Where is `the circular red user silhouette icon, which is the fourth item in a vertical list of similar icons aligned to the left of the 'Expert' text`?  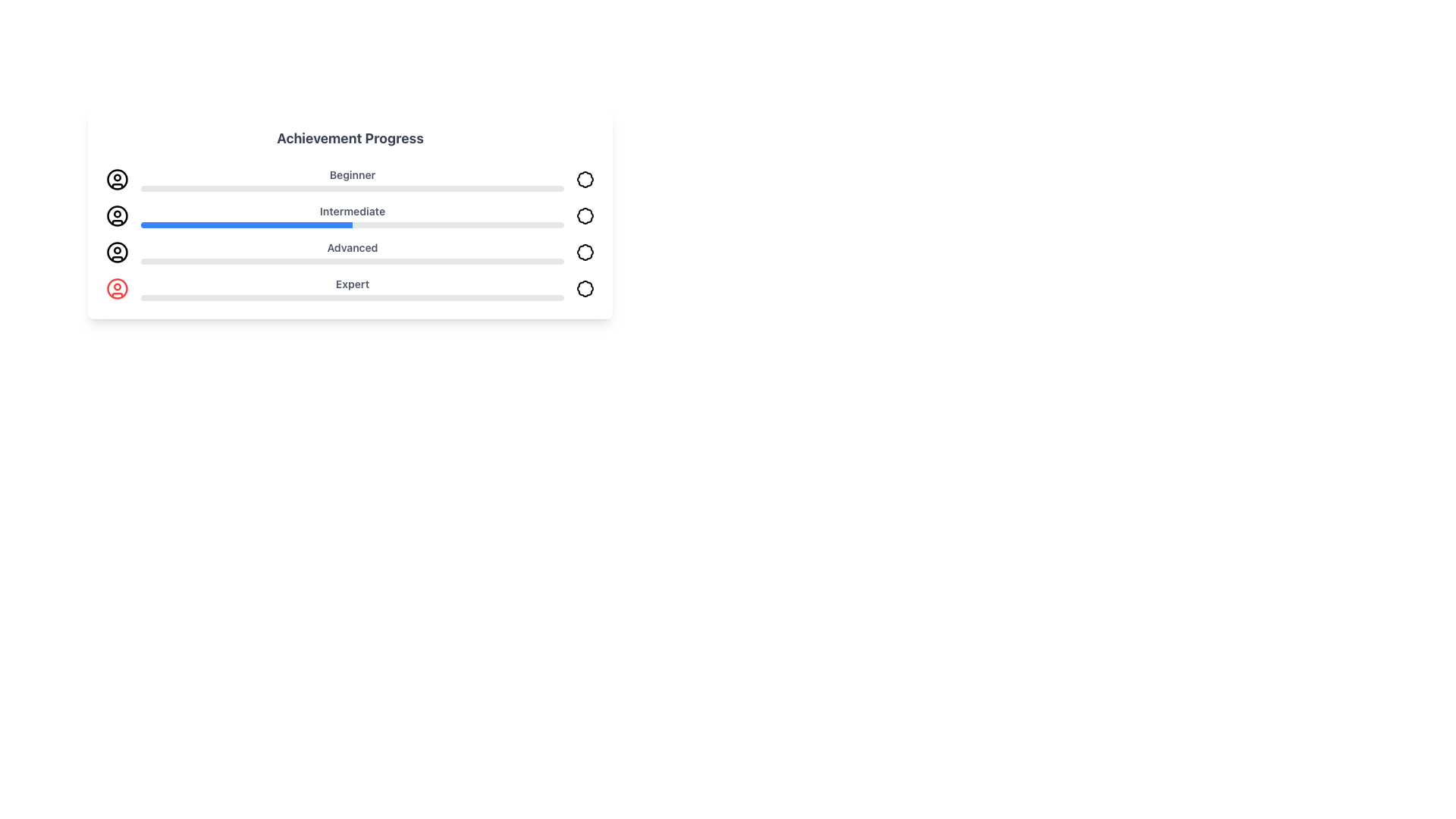 the circular red user silhouette icon, which is the fourth item in a vertical list of similar icons aligned to the left of the 'Expert' text is located at coordinates (116, 289).